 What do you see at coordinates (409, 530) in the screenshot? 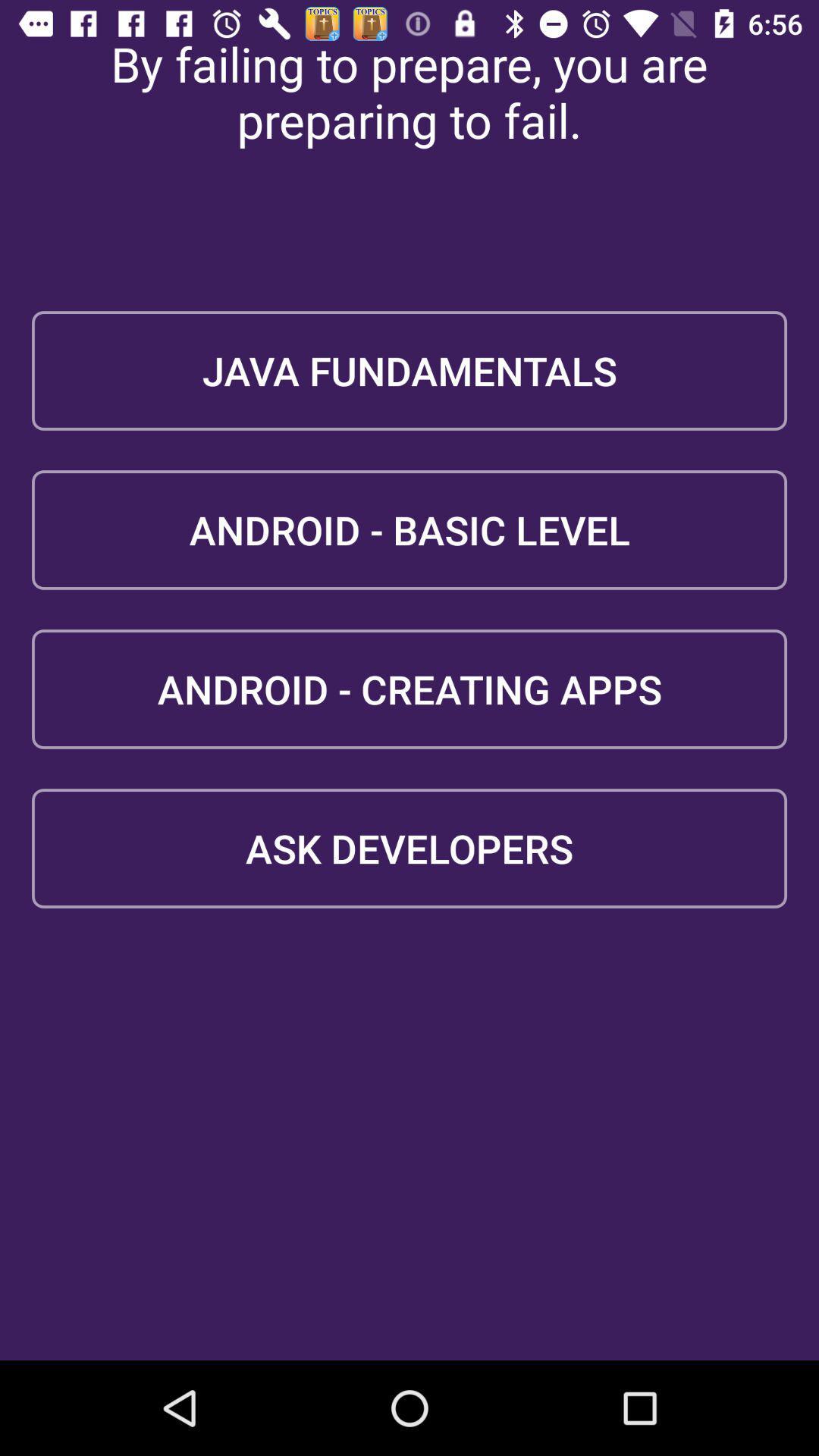
I see `the android - basic level item` at bounding box center [409, 530].